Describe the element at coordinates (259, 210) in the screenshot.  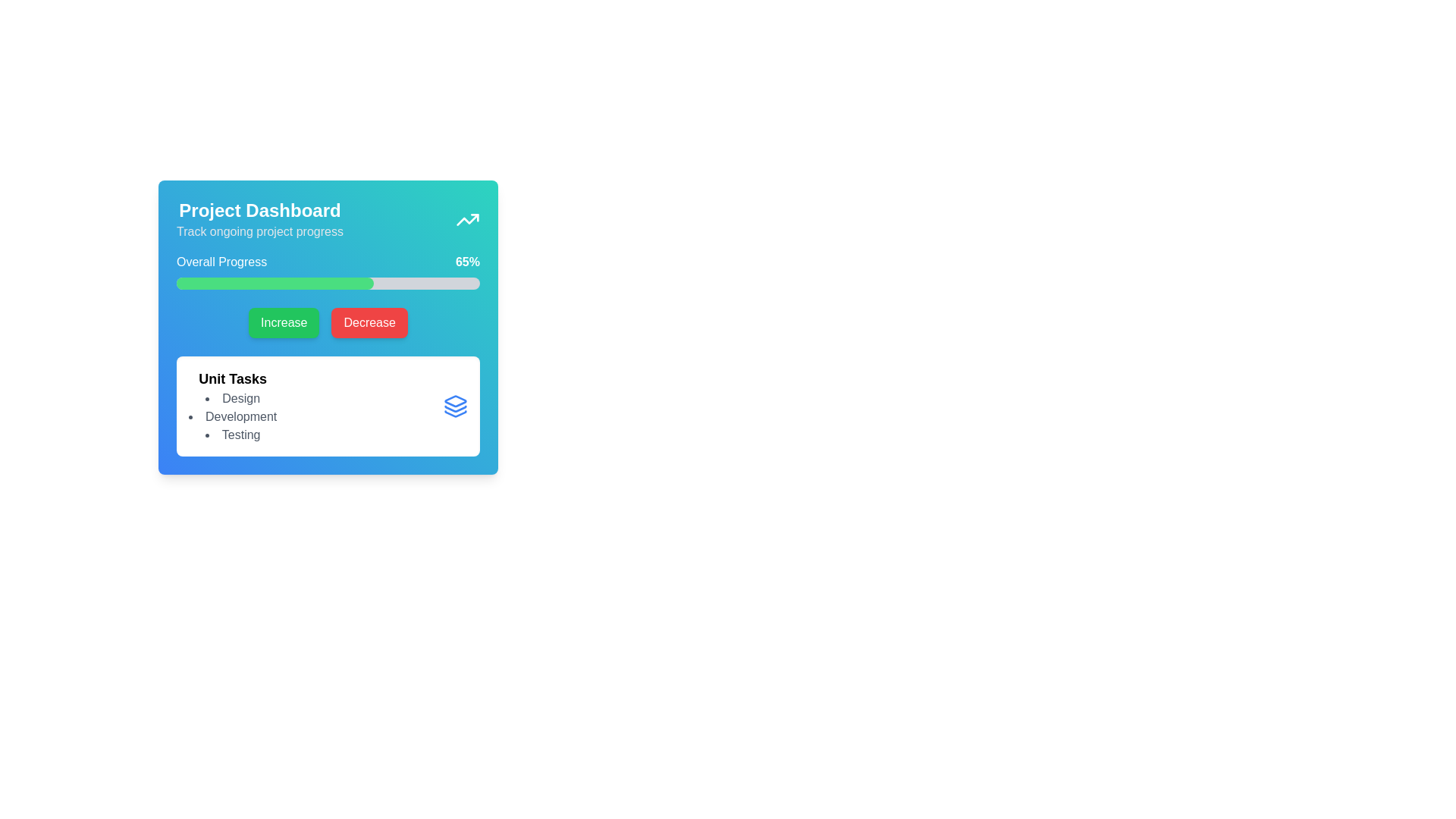
I see `the title text of the card that summarizes its content as 'Project Dashboard', located at the top-left corner of the card-like section` at that location.